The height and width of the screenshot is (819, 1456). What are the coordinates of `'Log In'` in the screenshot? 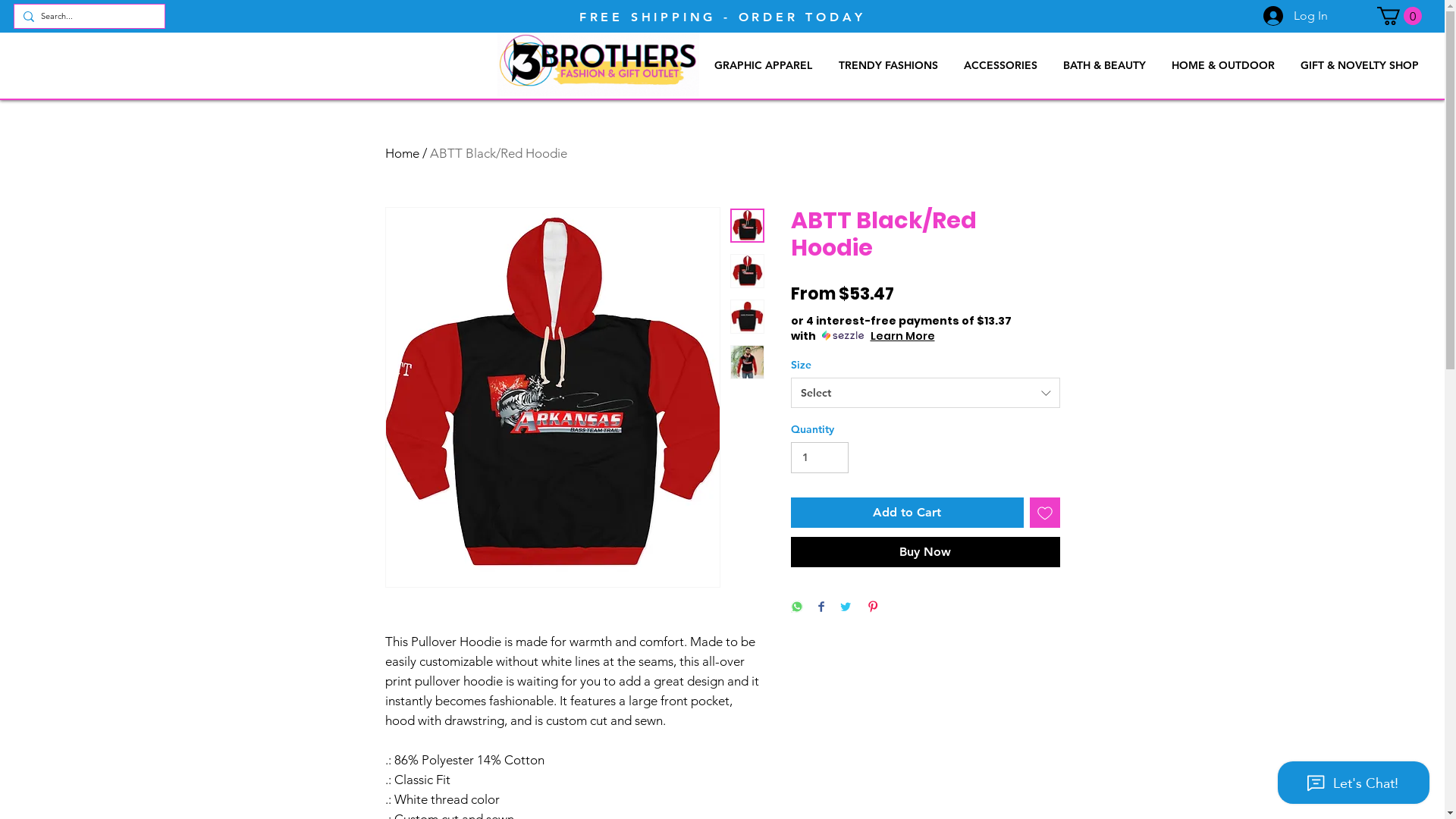 It's located at (1294, 15).